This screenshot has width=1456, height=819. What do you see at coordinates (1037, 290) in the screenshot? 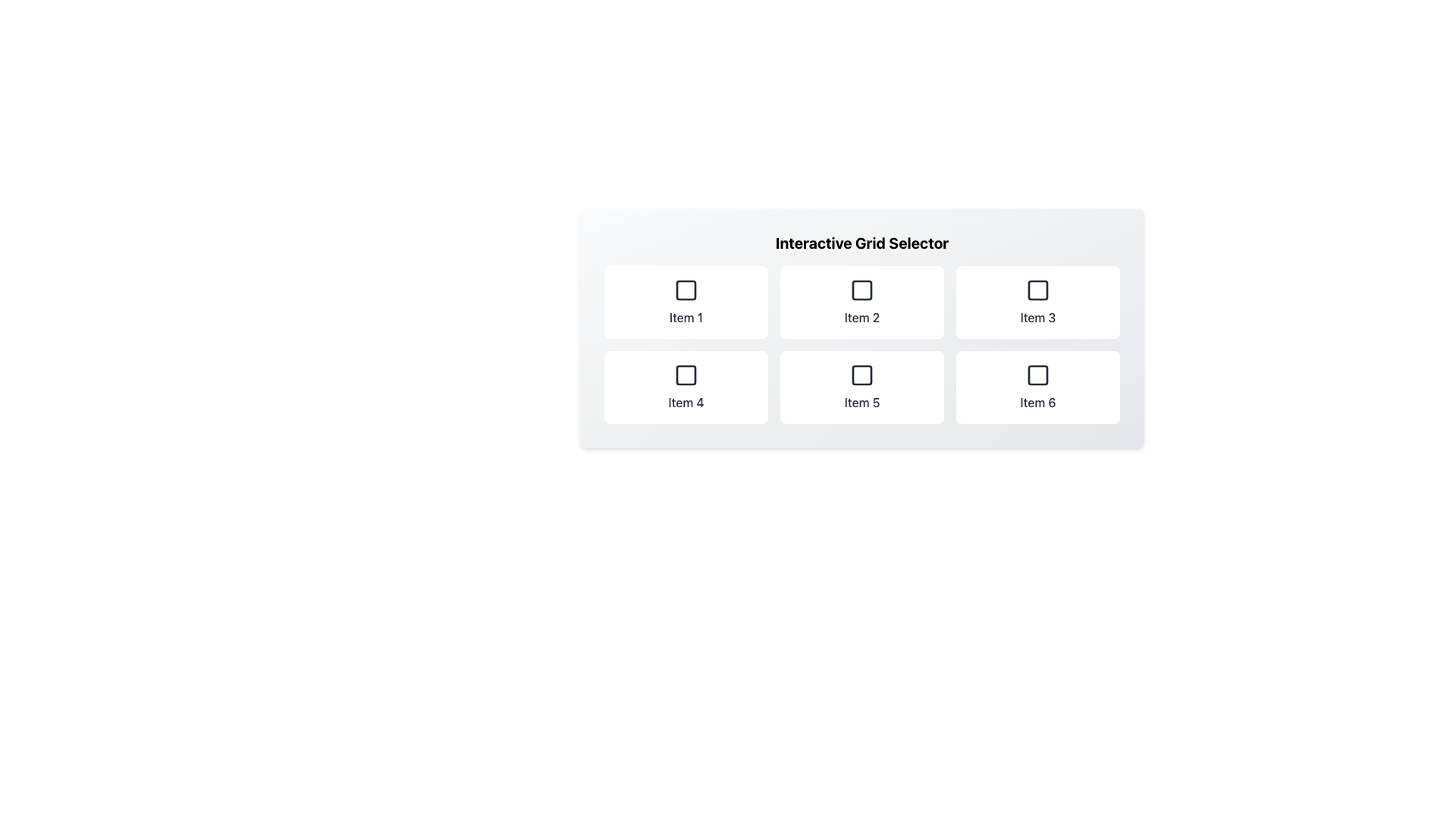
I see `the icon at the center of the 'Item 3' card` at bounding box center [1037, 290].